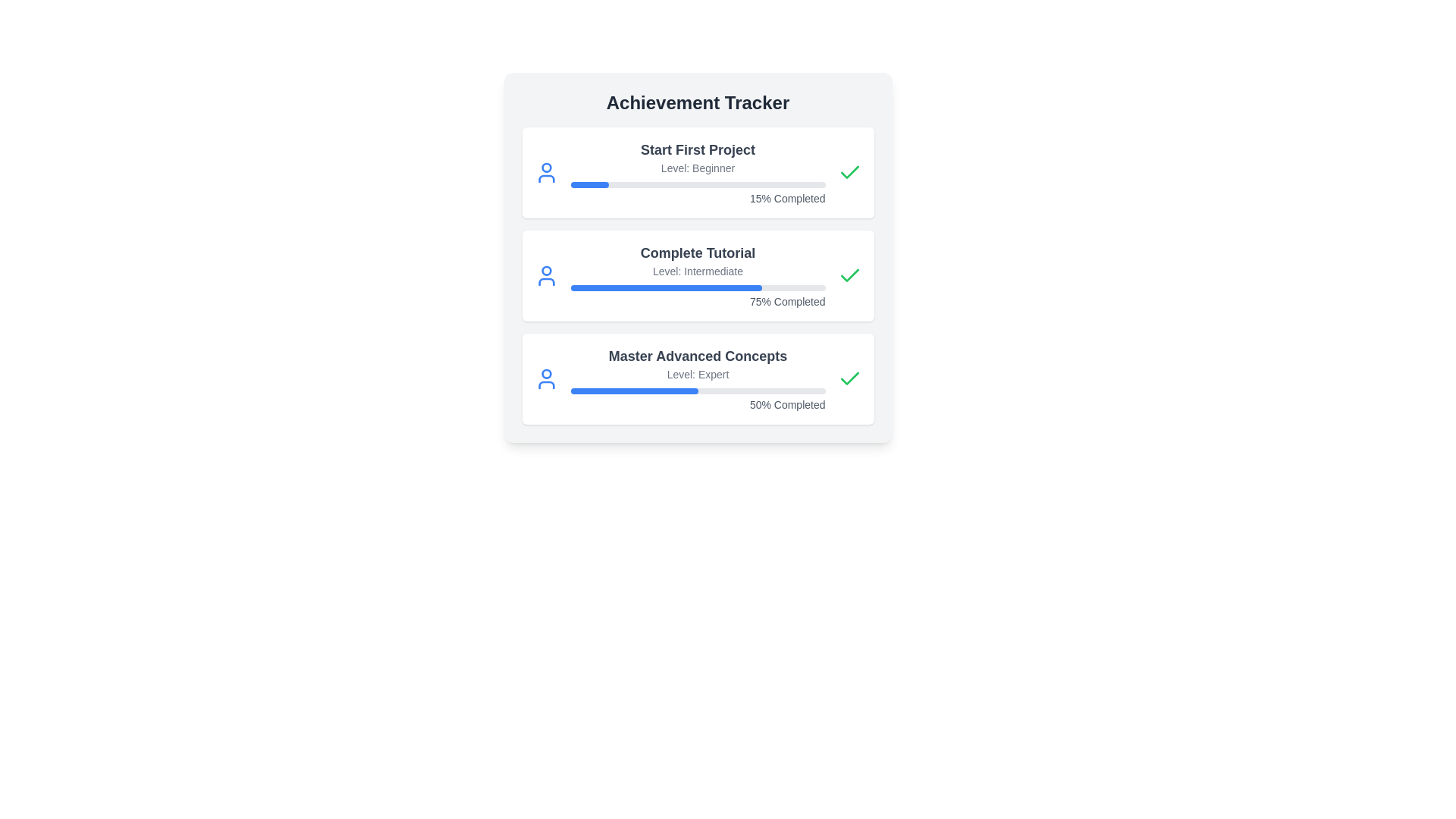  What do you see at coordinates (697, 374) in the screenshot?
I see `the static informational text label indicating the difficulty level, located below the header 'Master Advanced Concepts' and above the progress bar` at bounding box center [697, 374].